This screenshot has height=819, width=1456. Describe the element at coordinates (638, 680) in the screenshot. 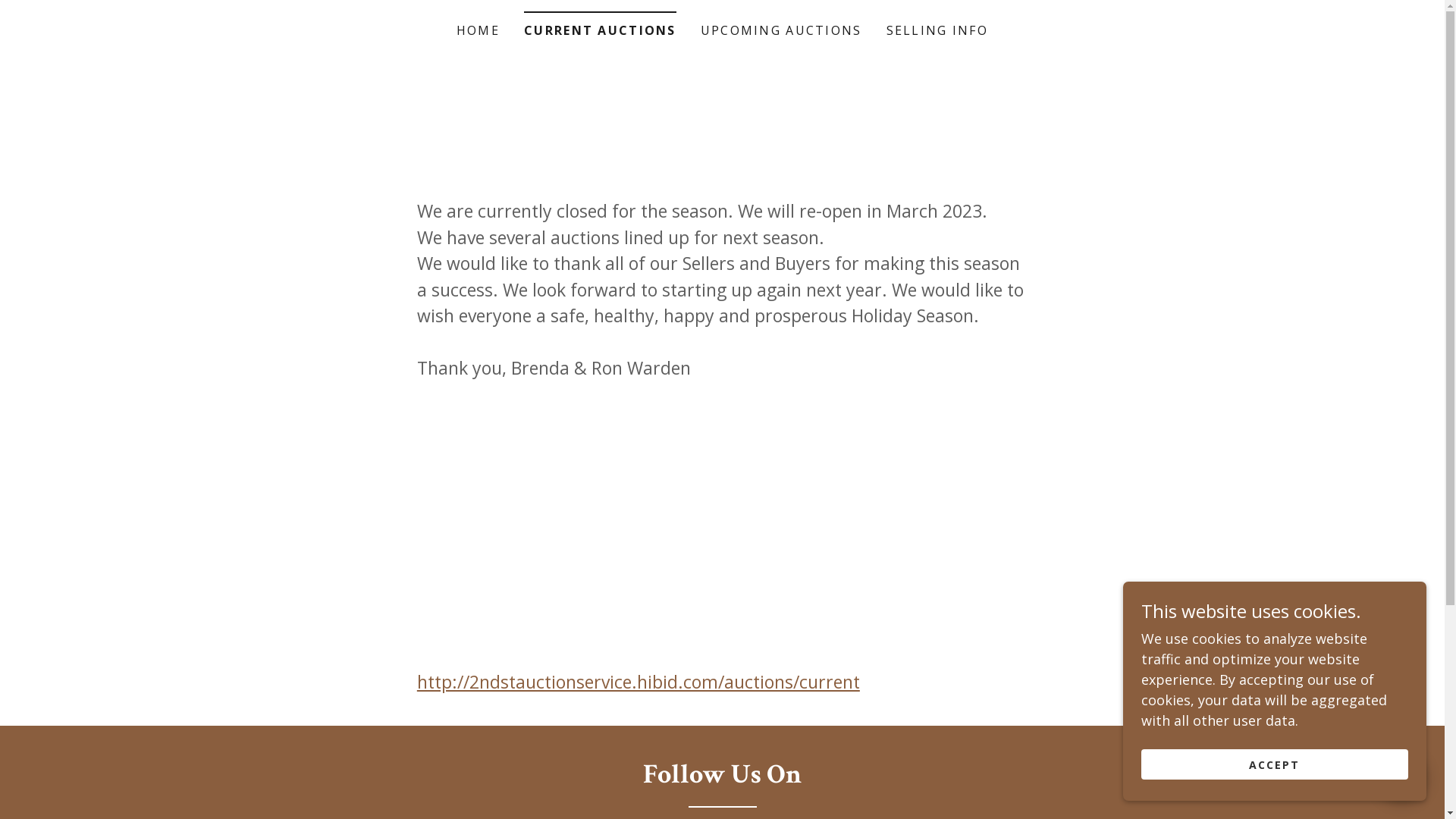

I see `'http://2ndstauctionservice.hibid.com/auctions/current'` at that location.